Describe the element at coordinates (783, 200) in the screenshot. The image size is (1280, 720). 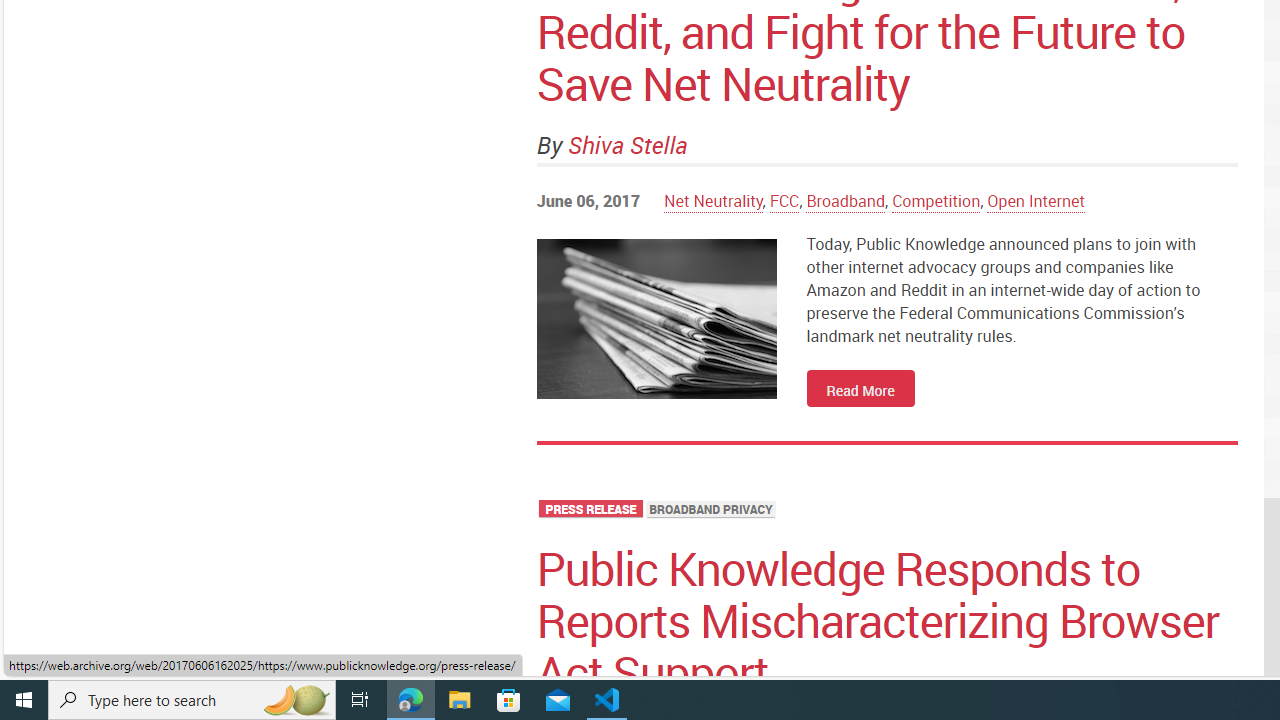
I see `'FCC'` at that location.